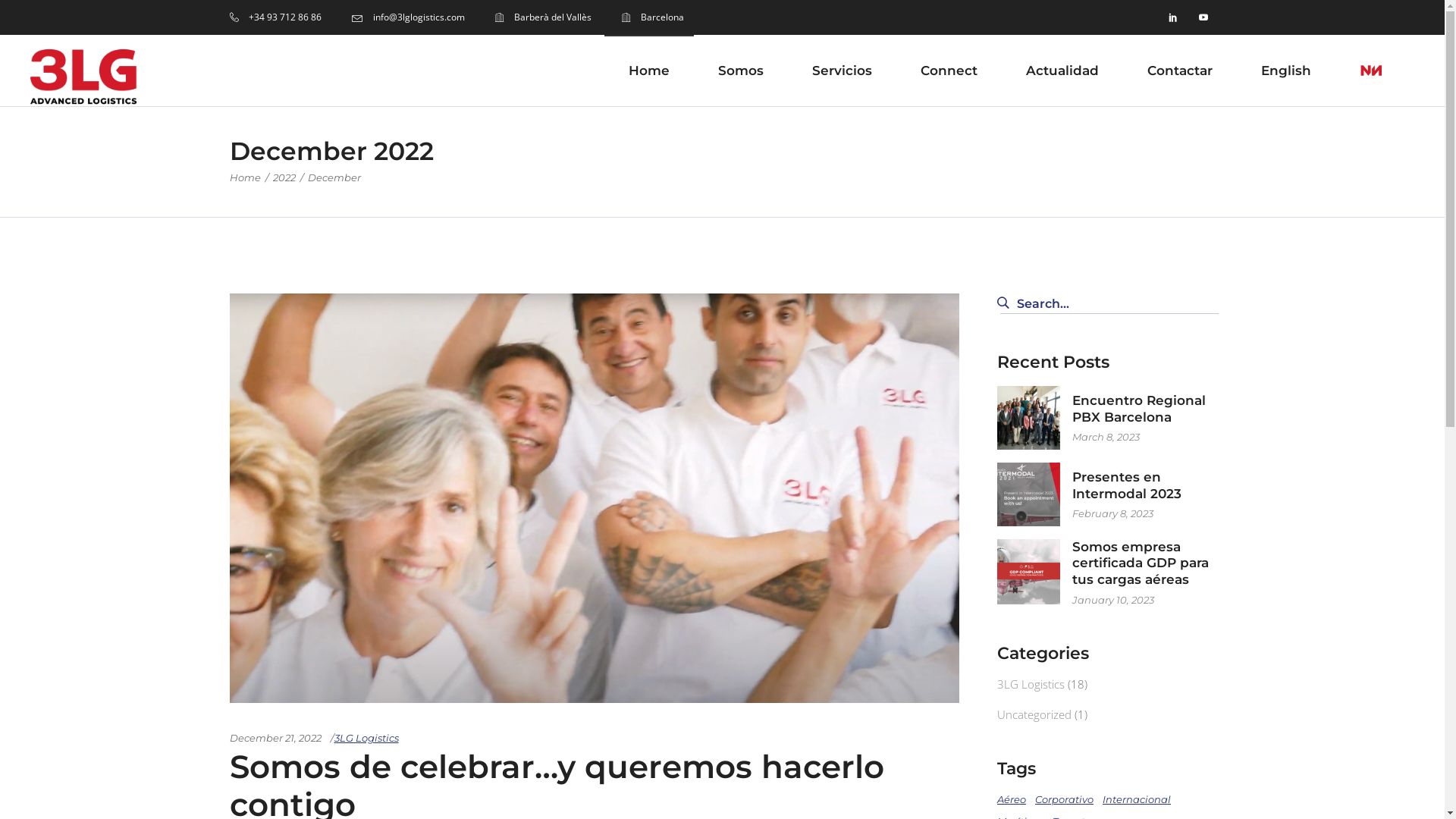 This screenshot has width=1456, height=819. I want to click on '2022', so click(284, 177).